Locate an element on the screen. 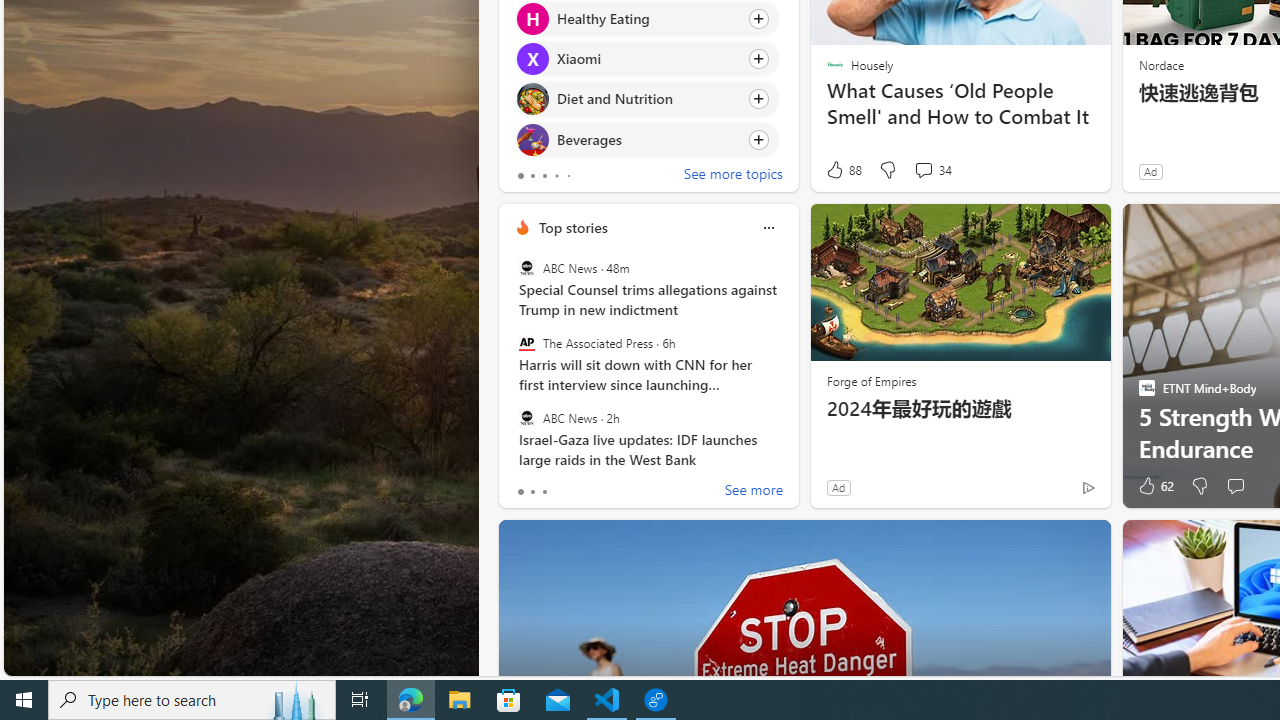 The width and height of the screenshot is (1280, 720). 'Click to follow topic Beverages' is located at coordinates (647, 138).